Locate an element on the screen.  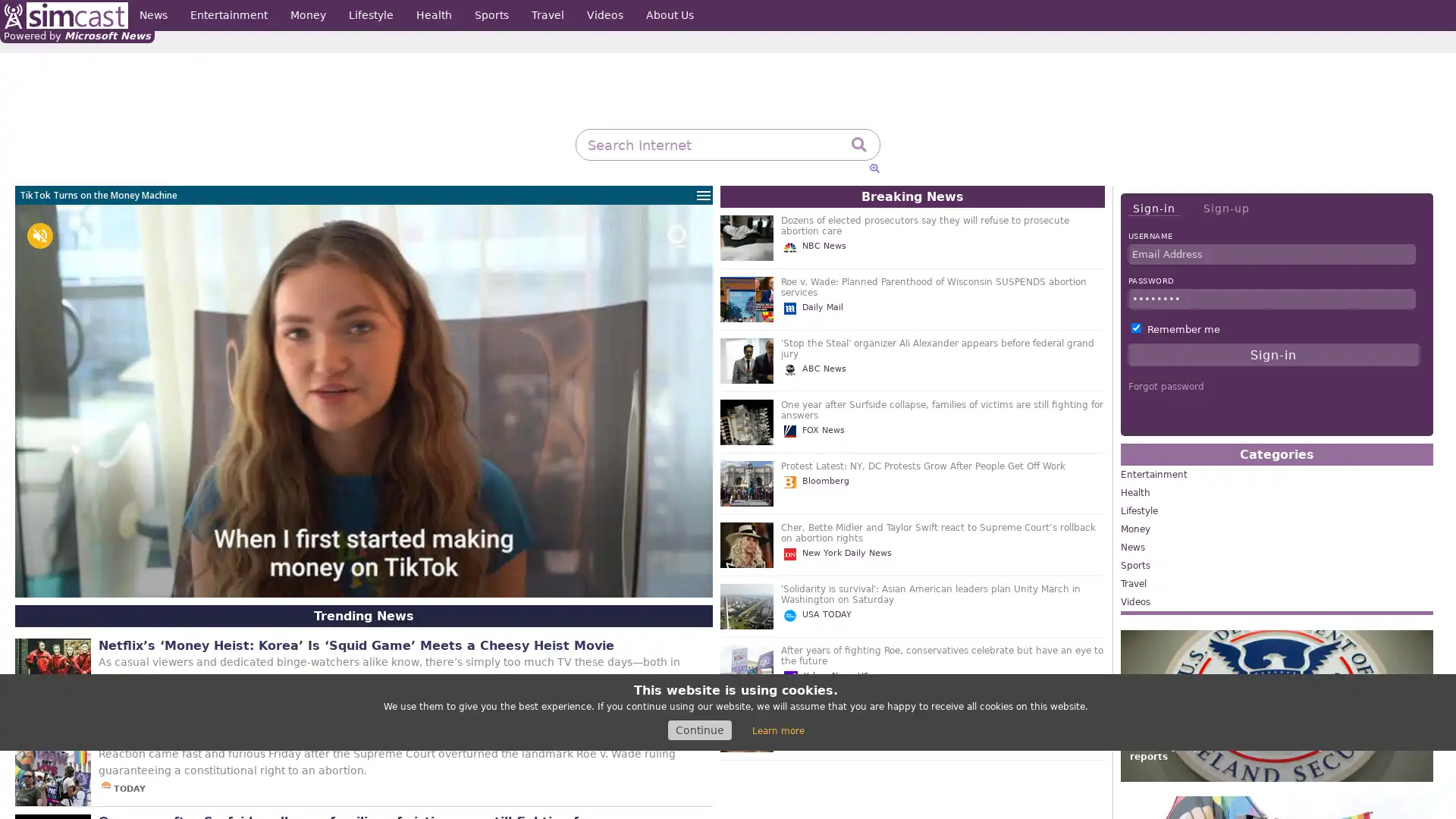
volume_offvolume_up is located at coordinates (39, 236).